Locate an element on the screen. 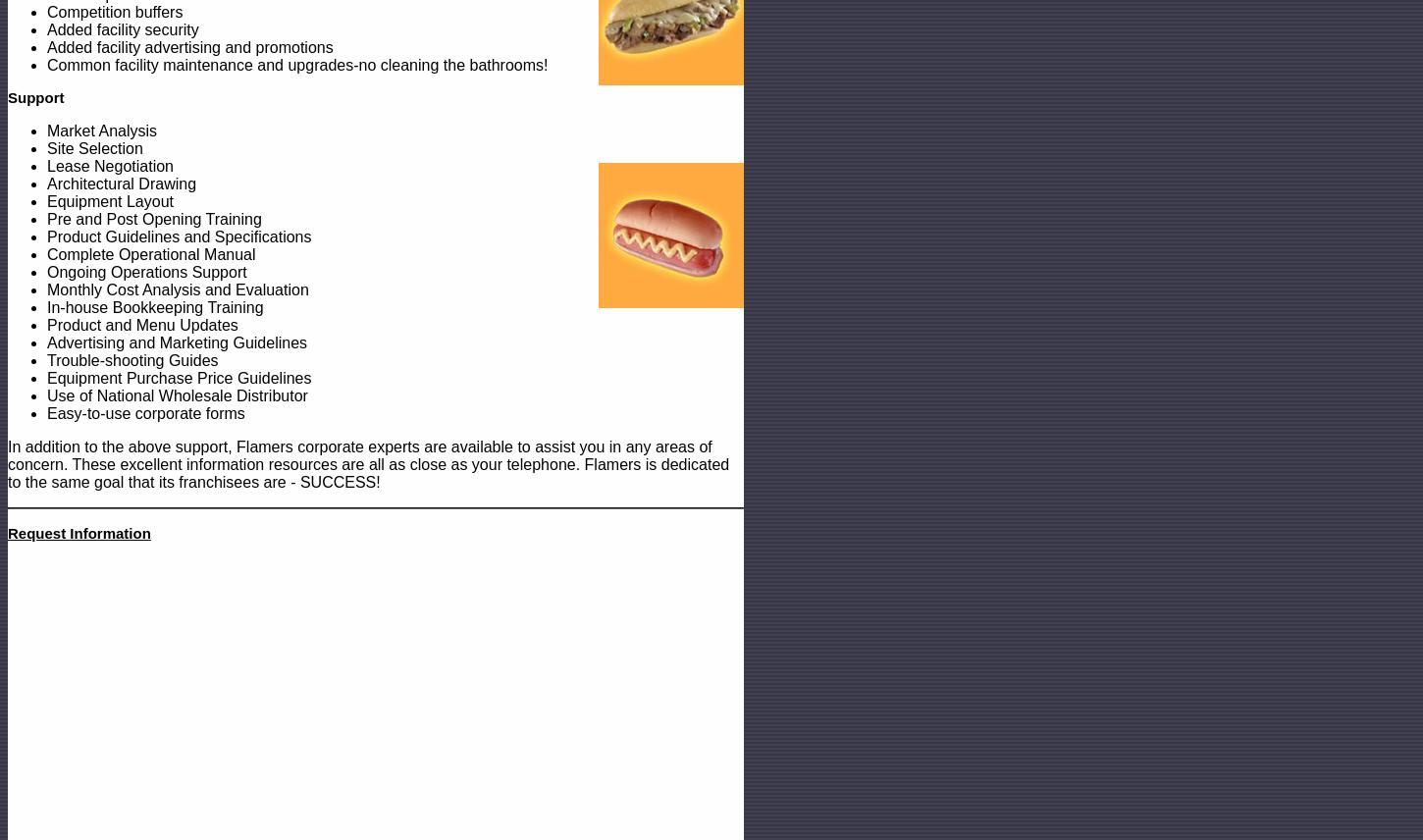 This screenshot has height=840, width=1423. 'In addition to the above support, Flamers corporate experts are available to assist you in any areas of concern. These excellent information resources are all as close as your telephone. Flamers is dedicated to the same goal that its franchisees are - SUCCESS!' is located at coordinates (367, 463).